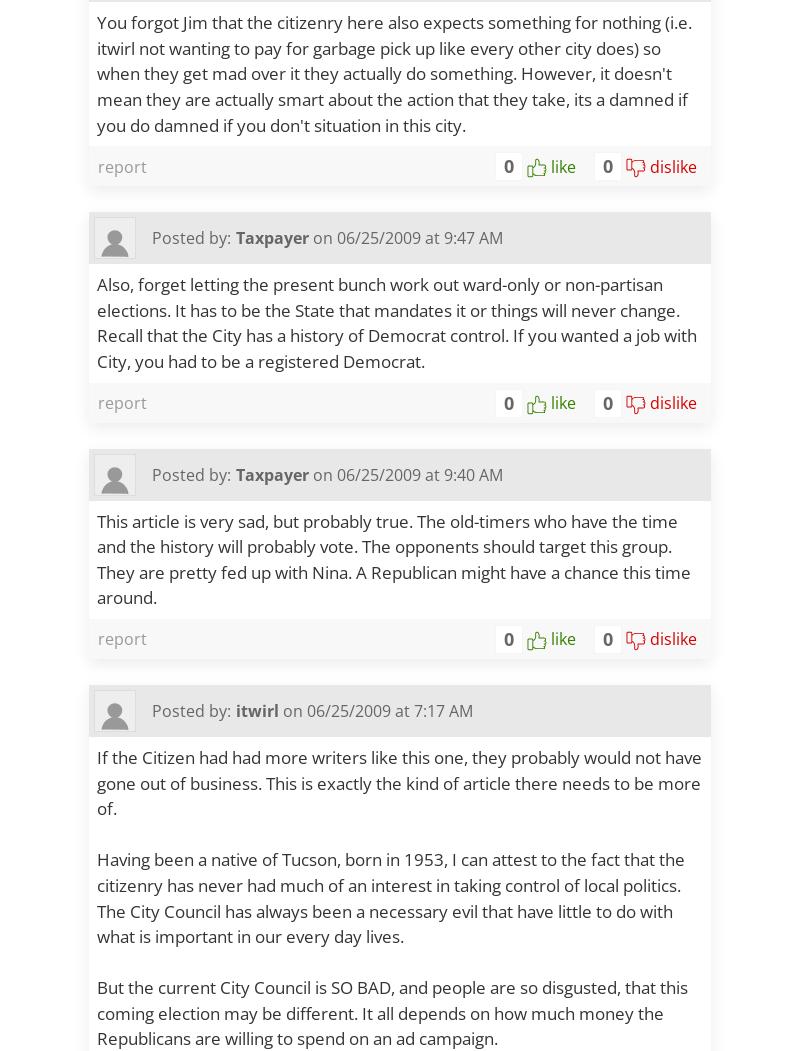 The height and width of the screenshot is (1051, 800). What do you see at coordinates (420, 473) in the screenshot?
I see `'06/25/2009 at 9:40 AM'` at bounding box center [420, 473].